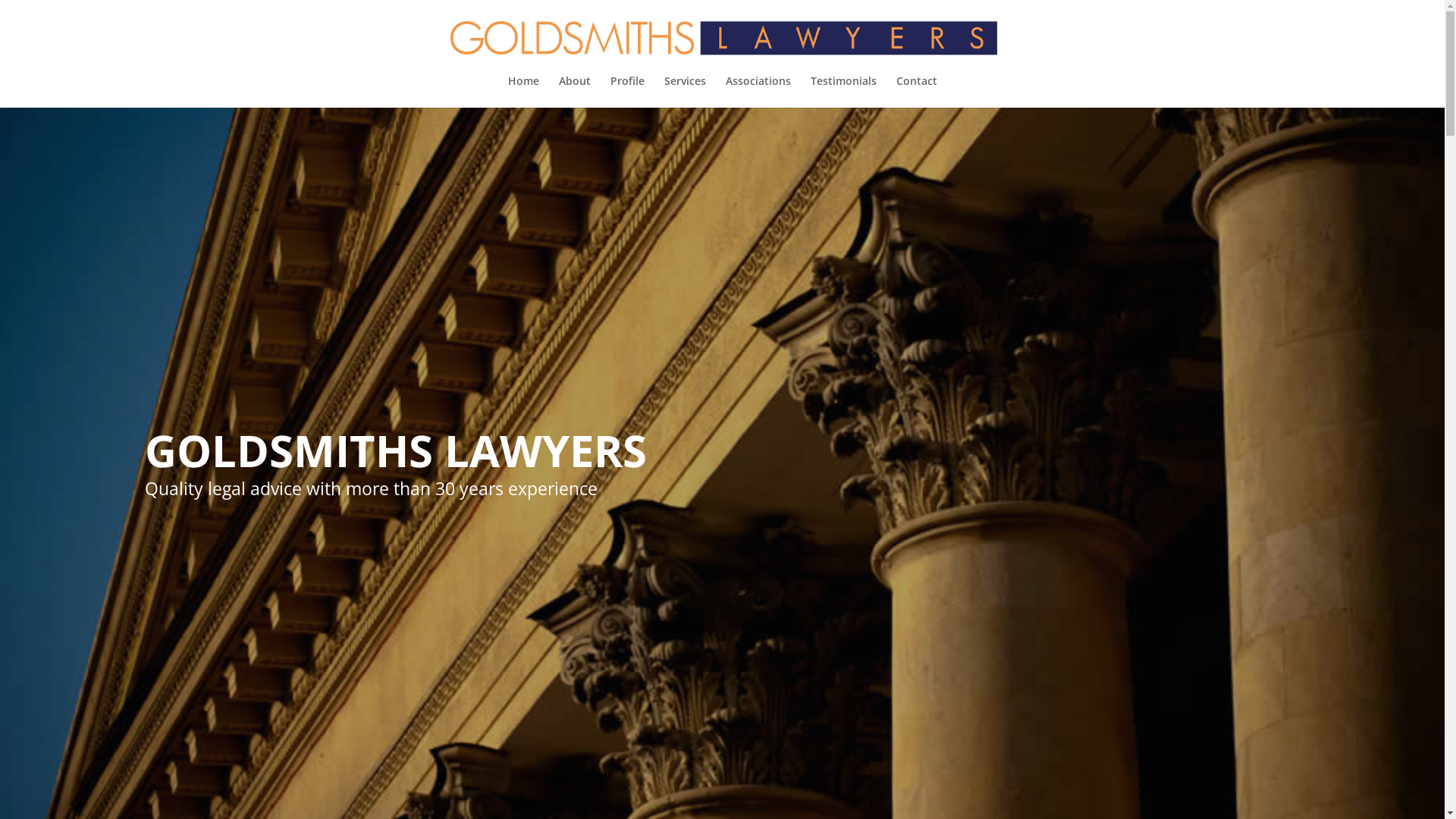 This screenshot has width=1456, height=819. What do you see at coordinates (684, 91) in the screenshot?
I see `'Services'` at bounding box center [684, 91].